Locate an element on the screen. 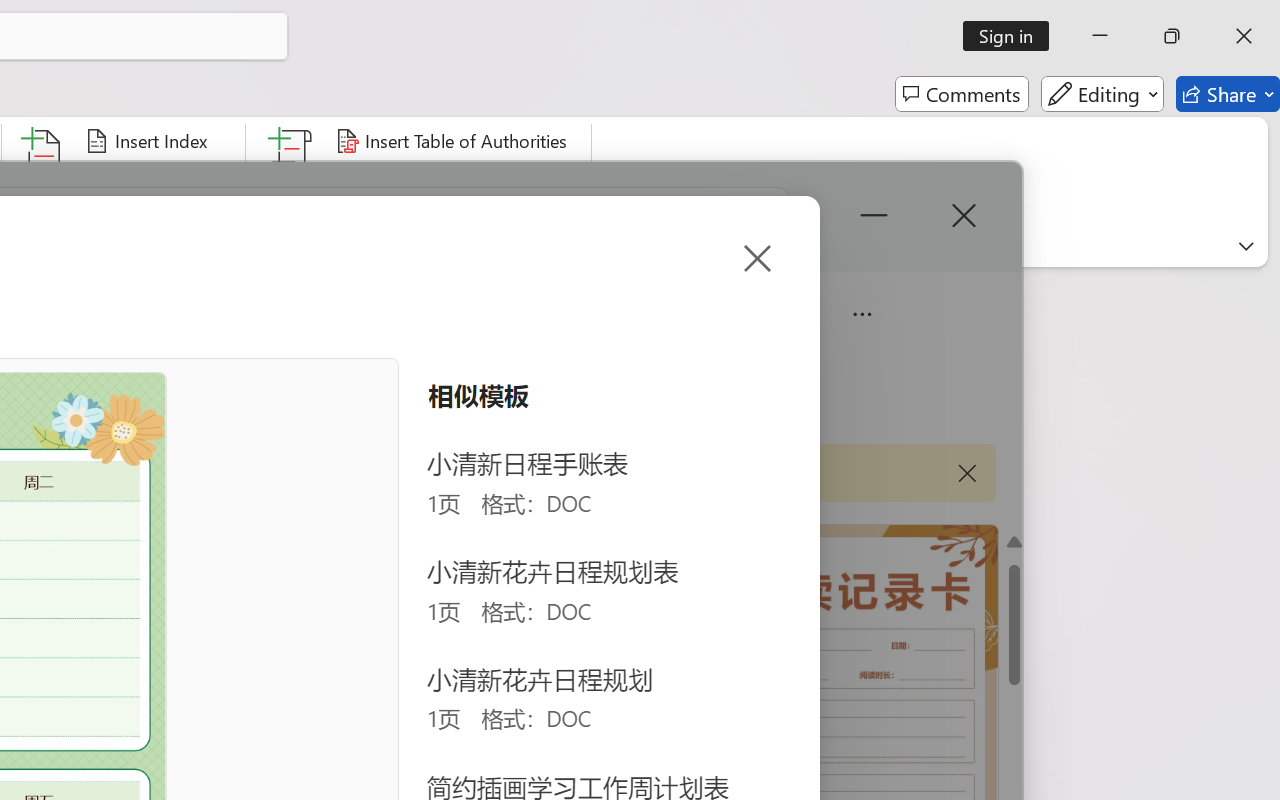  'Editing' is located at coordinates (1101, 94).